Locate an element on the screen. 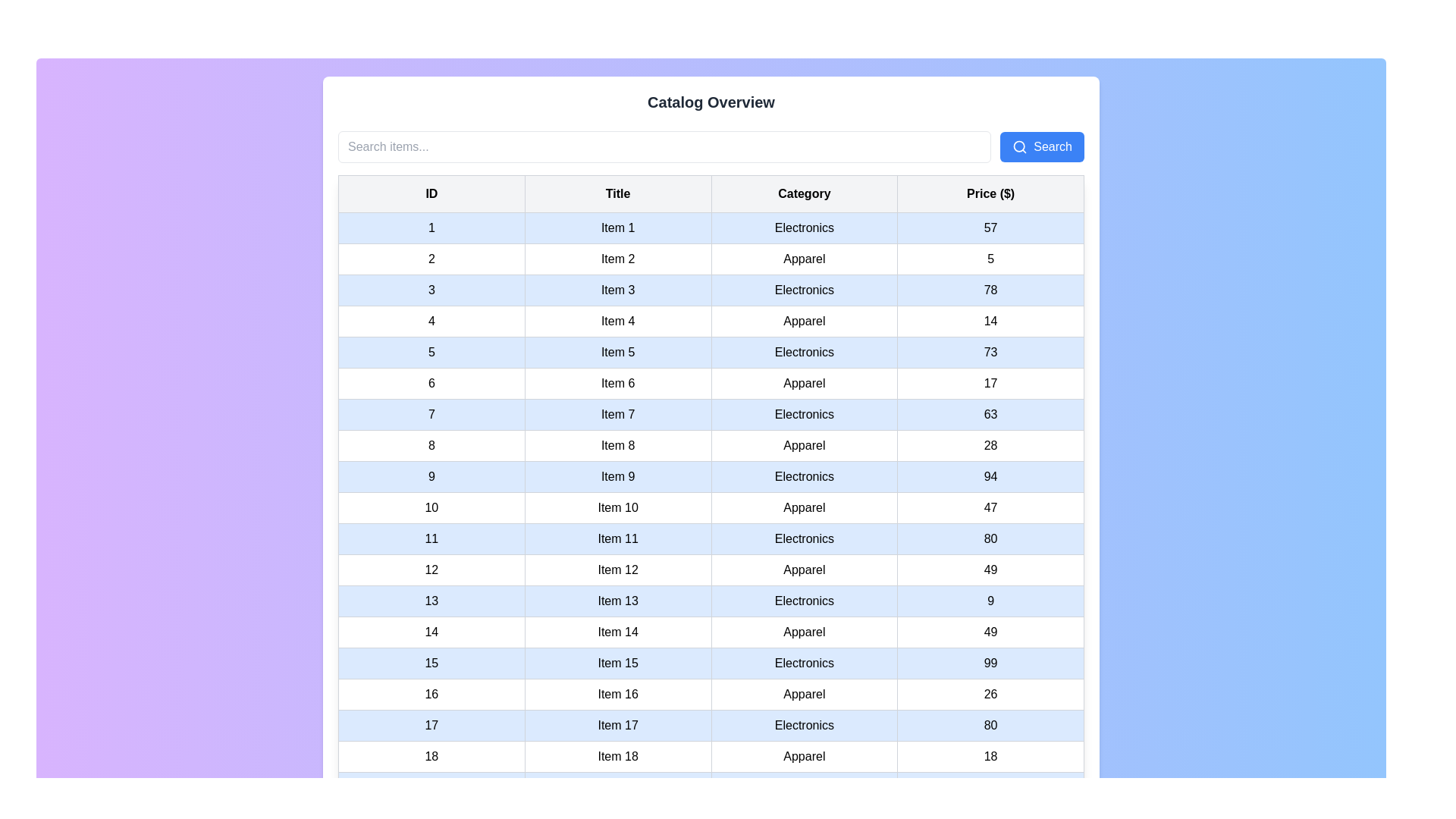  the text label displaying 'Item 18' located in the 18th row under the 'Title' column of the table is located at coordinates (618, 757).